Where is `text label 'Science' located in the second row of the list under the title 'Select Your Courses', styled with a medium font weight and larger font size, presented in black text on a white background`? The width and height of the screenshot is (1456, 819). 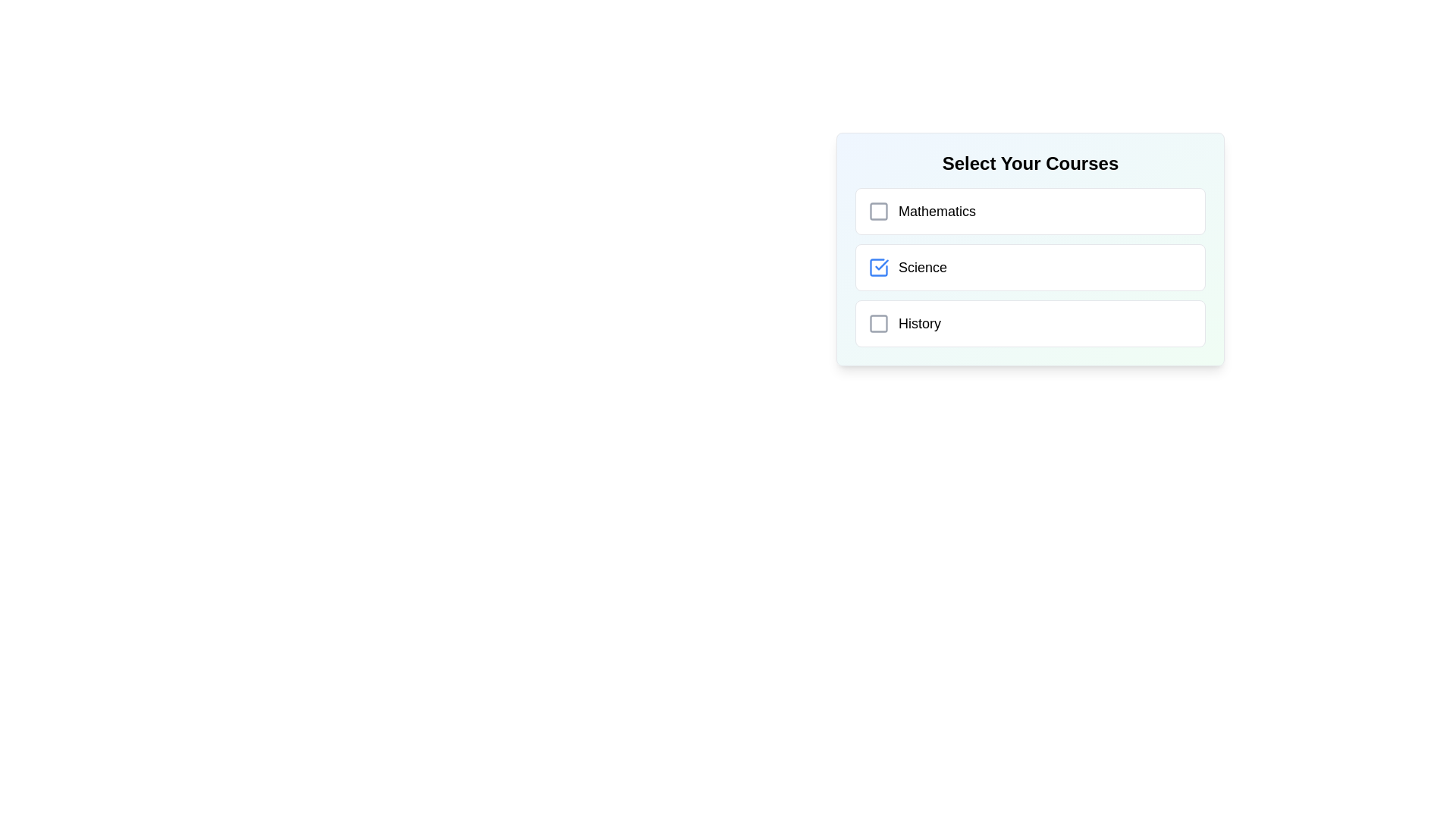
text label 'Science' located in the second row of the list under the title 'Select Your Courses', styled with a medium font weight and larger font size, presented in black text on a white background is located at coordinates (922, 267).